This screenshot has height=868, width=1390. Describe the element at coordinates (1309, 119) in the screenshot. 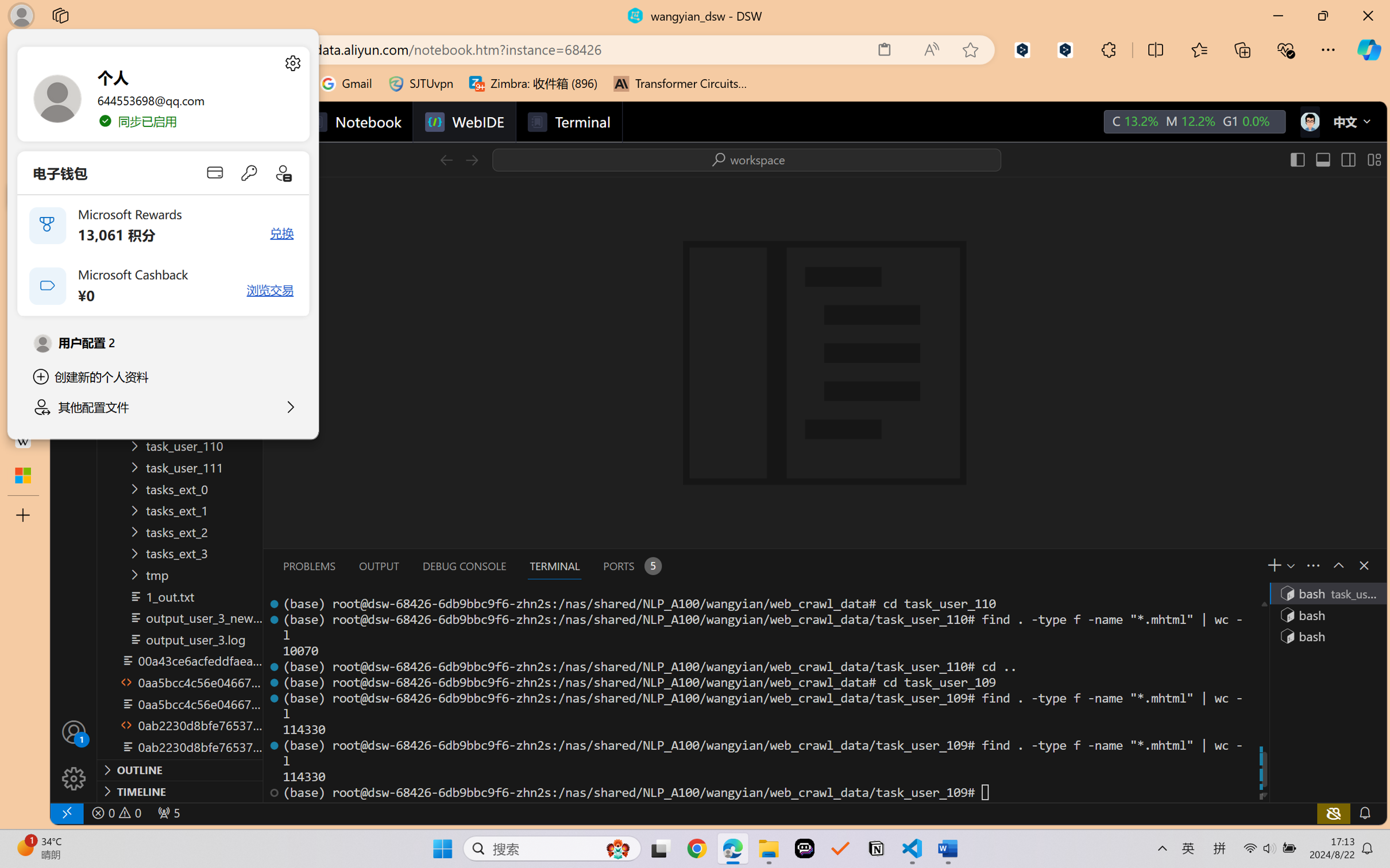

I see `'icon'` at that location.